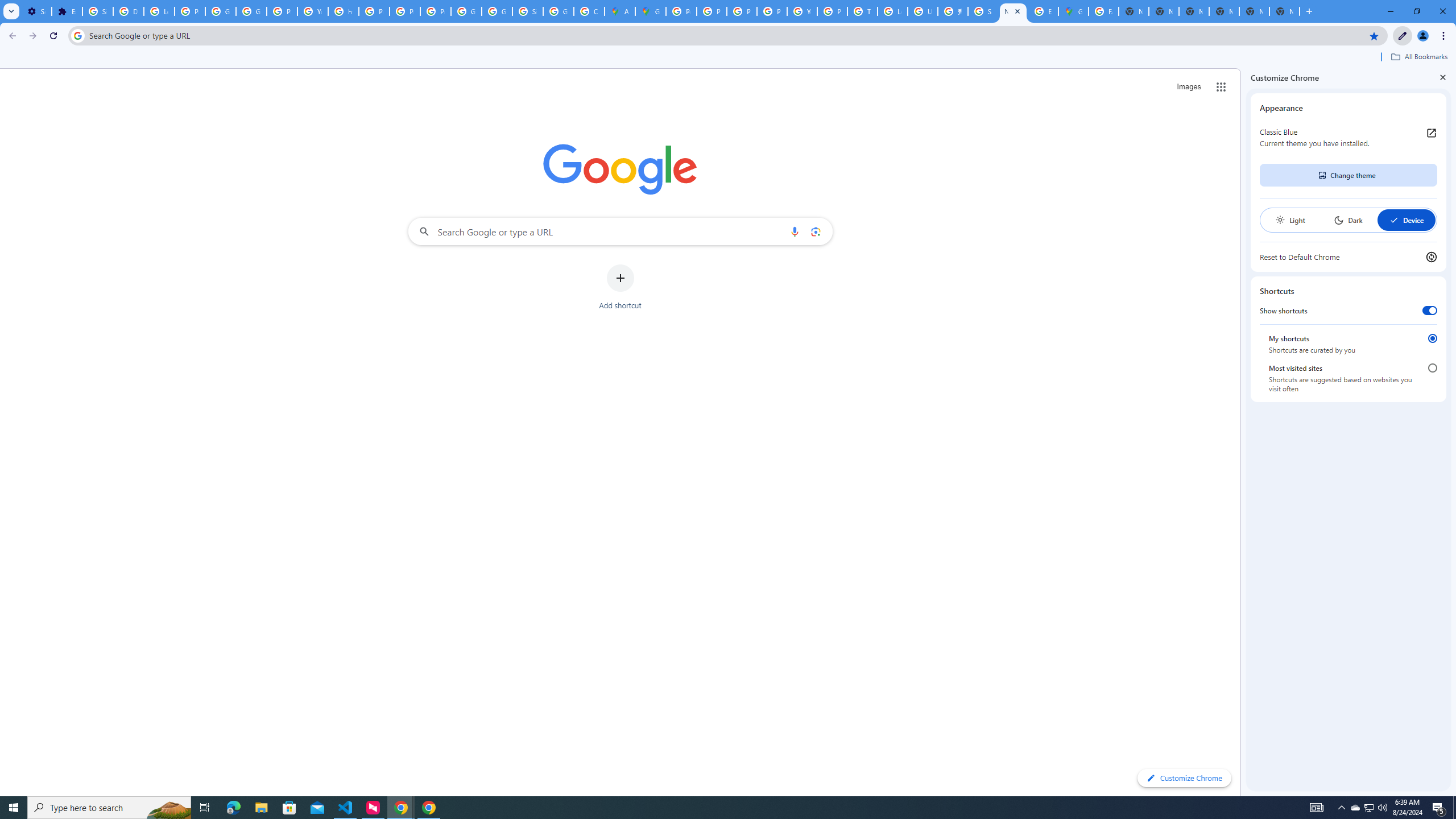 The width and height of the screenshot is (1456, 819). What do you see at coordinates (1393, 220) in the screenshot?
I see `'AutomationID: baseSvg'` at bounding box center [1393, 220].